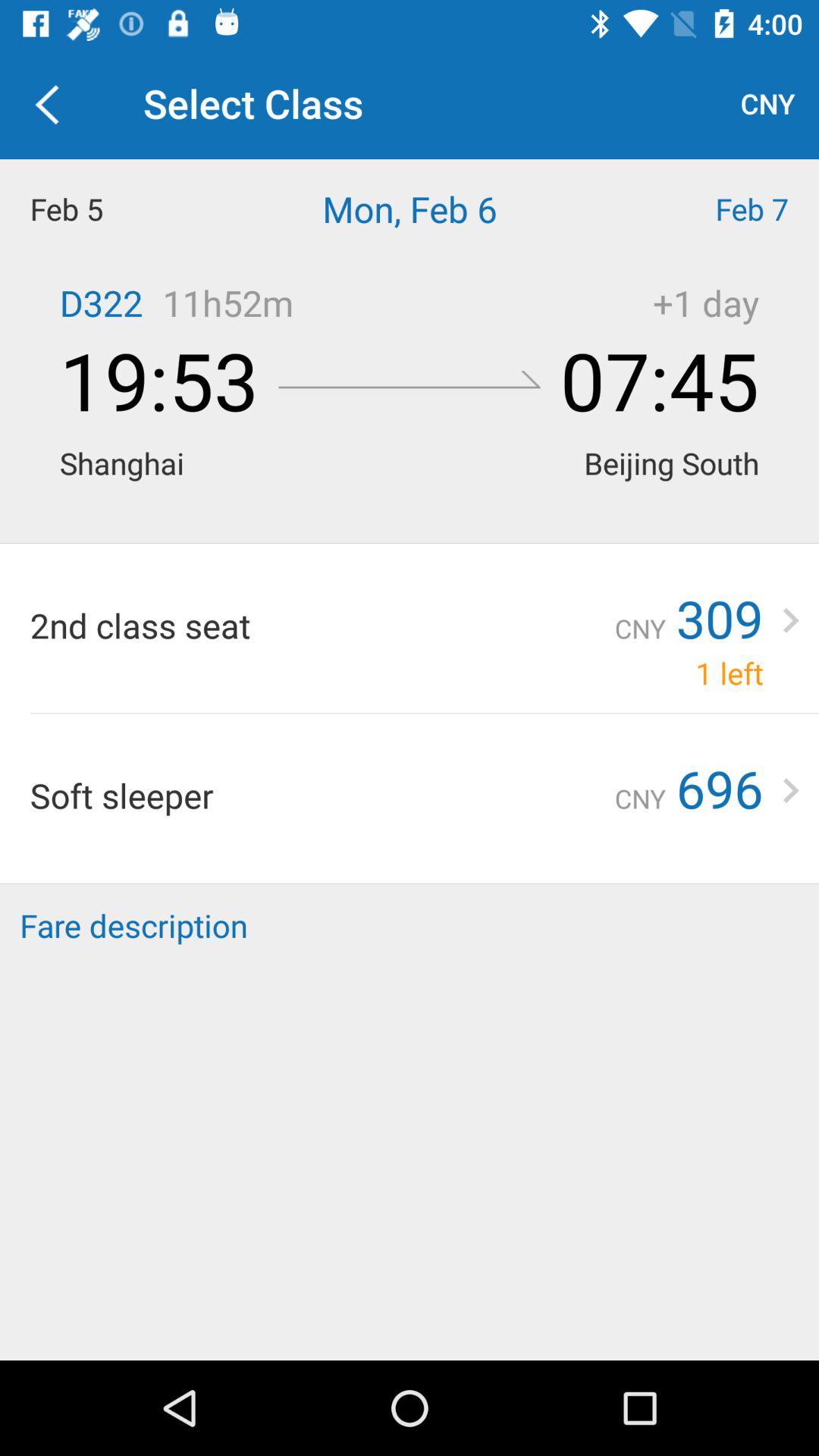 The height and width of the screenshot is (1456, 819). What do you see at coordinates (409, 208) in the screenshot?
I see `the icon to the right of the feb 5 icon` at bounding box center [409, 208].